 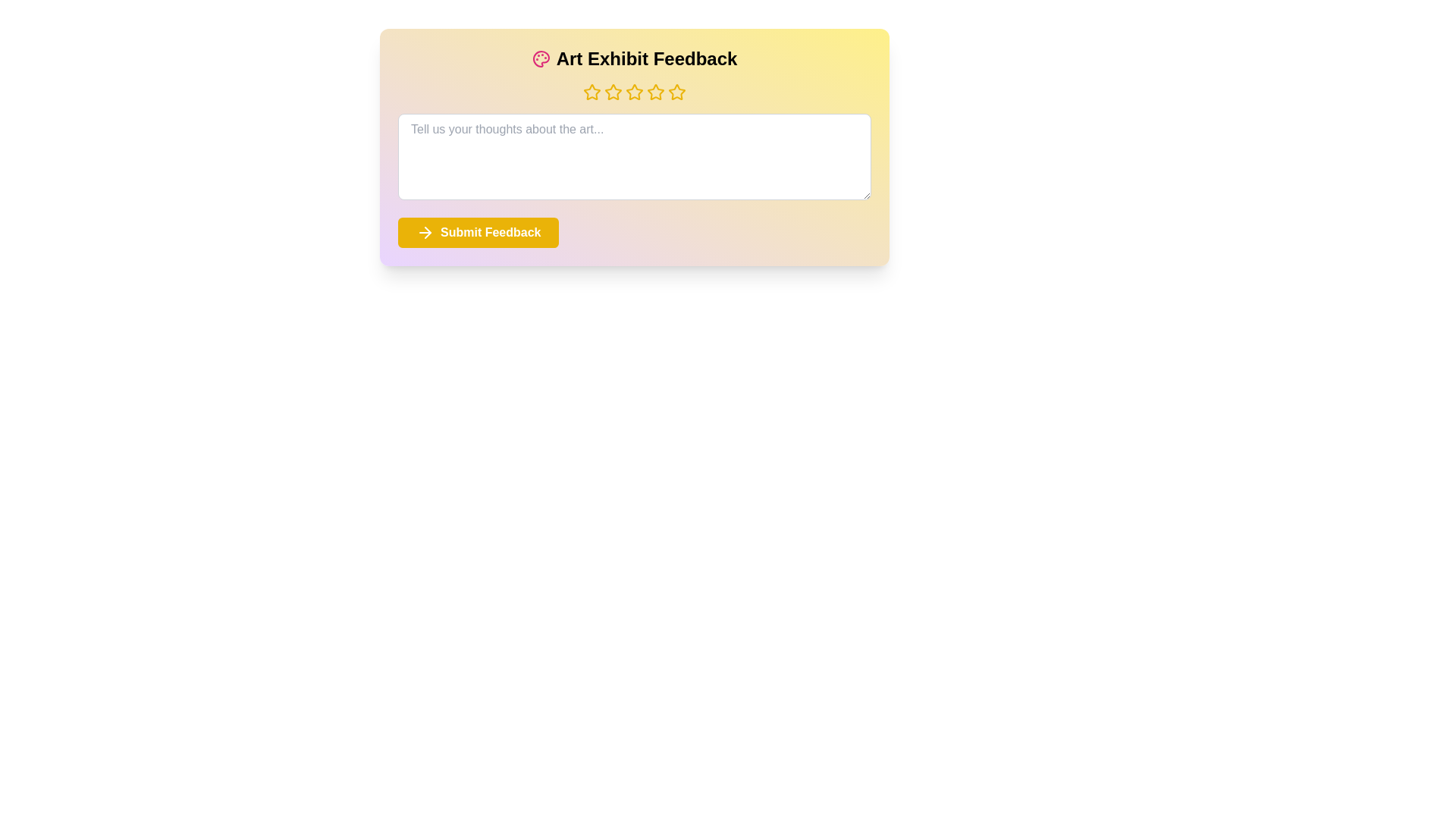 I want to click on the star rating to 4 stars by clicking on the corresponding star, so click(x=655, y=93).